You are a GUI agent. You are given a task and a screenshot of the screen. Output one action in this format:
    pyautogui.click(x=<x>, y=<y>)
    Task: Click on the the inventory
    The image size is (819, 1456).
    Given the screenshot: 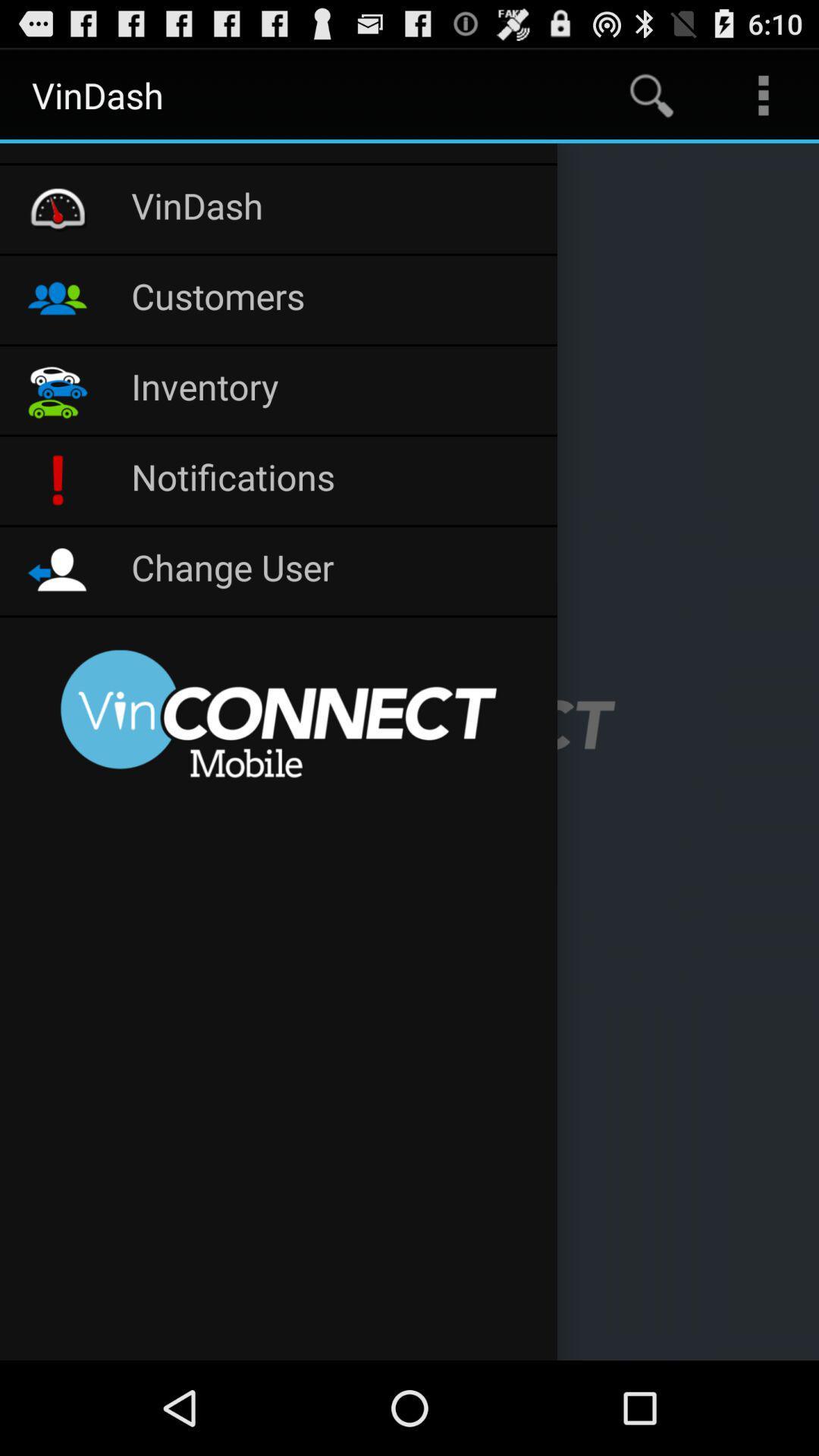 What is the action you would take?
    pyautogui.click(x=335, y=390)
    